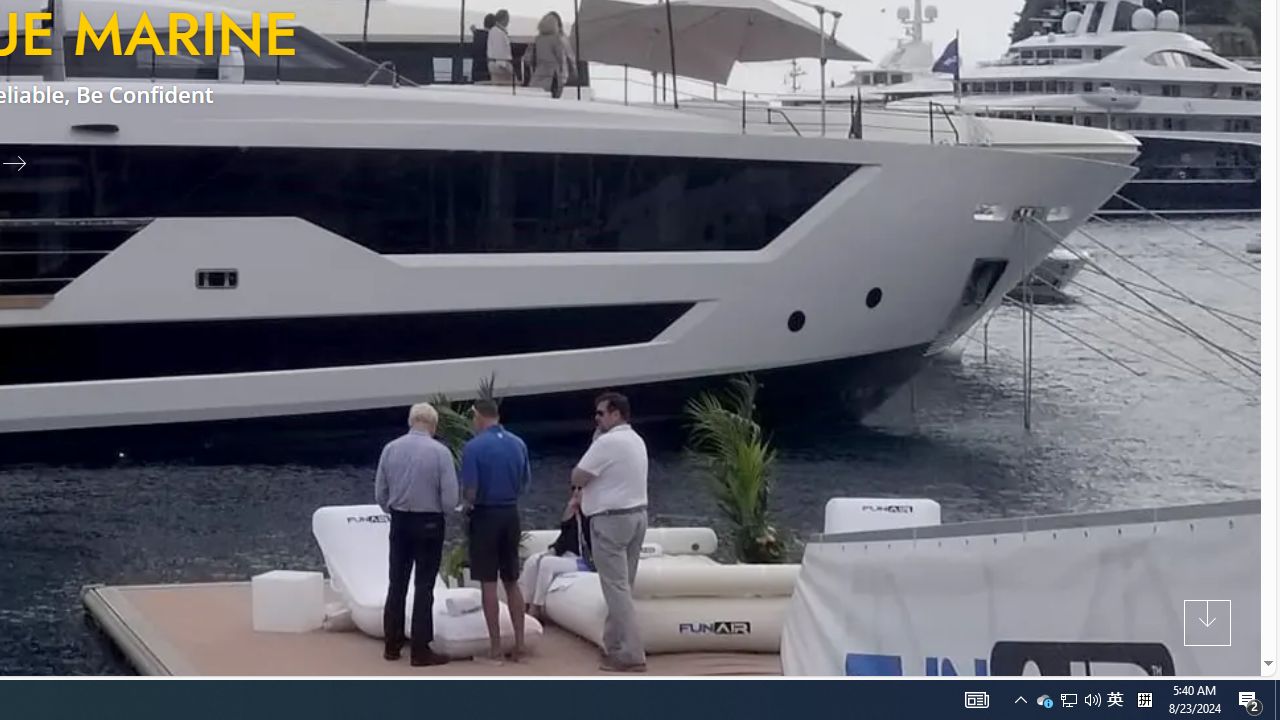  What do you see at coordinates (22, 161) in the screenshot?
I see `'Next Slide'` at bounding box center [22, 161].